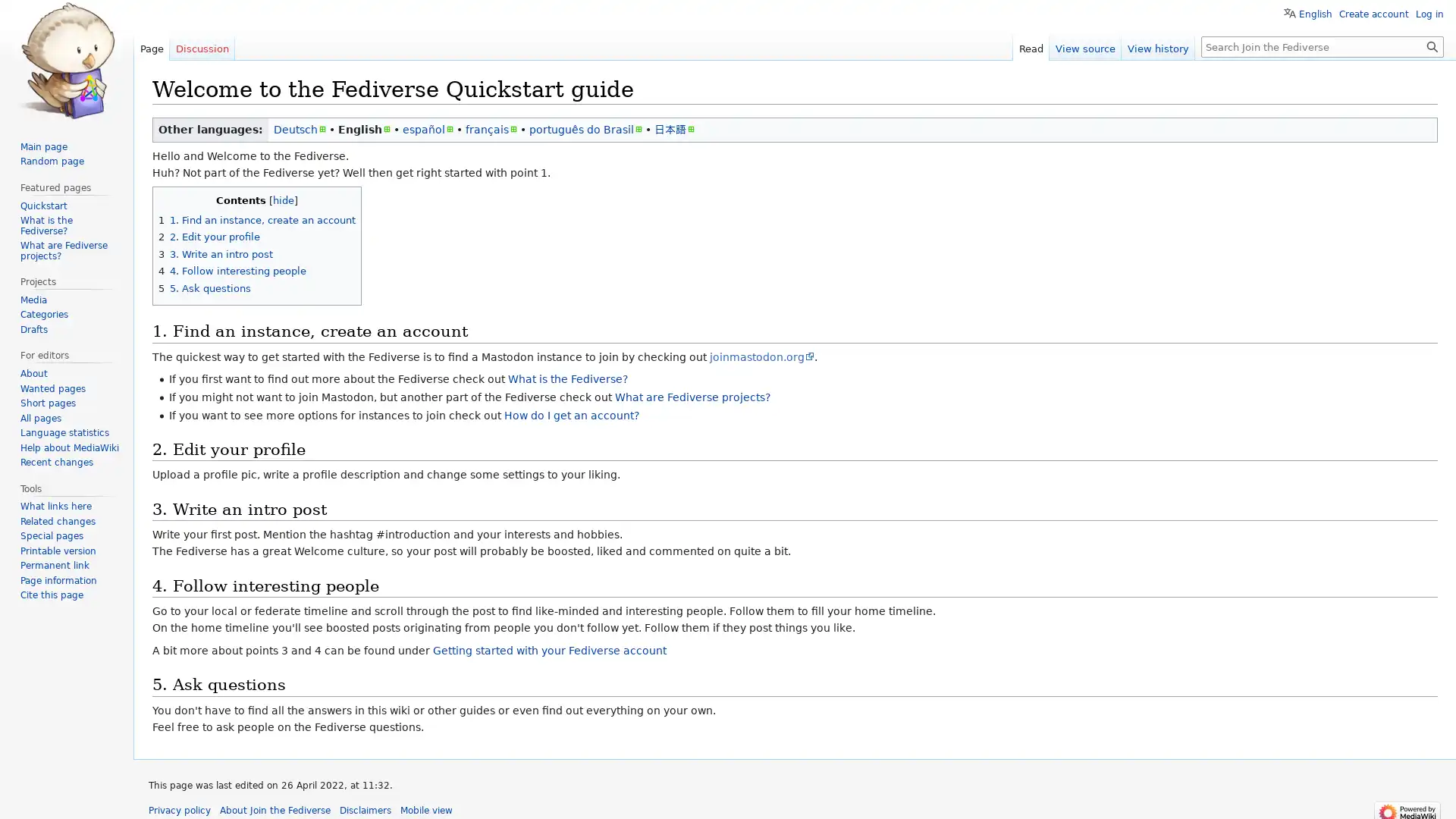  What do you see at coordinates (1432, 45) in the screenshot?
I see `Search` at bounding box center [1432, 45].